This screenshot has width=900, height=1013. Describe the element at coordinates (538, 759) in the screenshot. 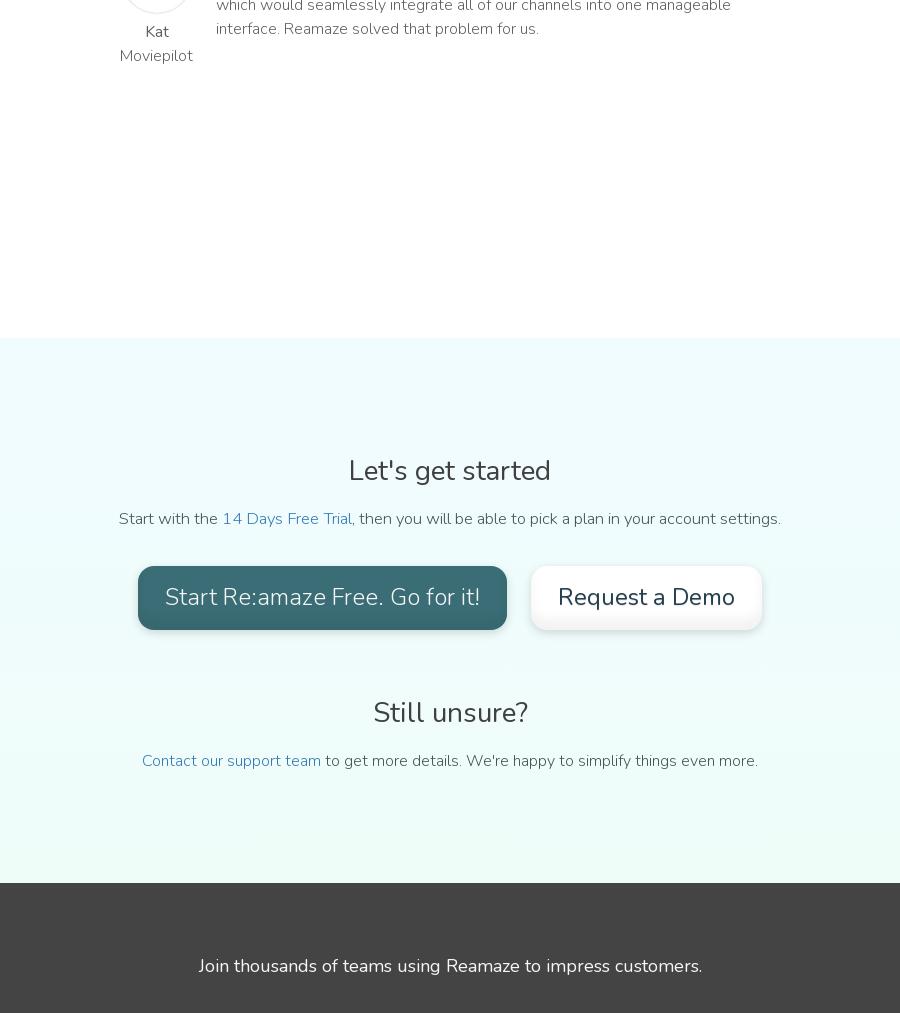

I see `'to get more details. We're happy to simplify things even more.'` at that location.